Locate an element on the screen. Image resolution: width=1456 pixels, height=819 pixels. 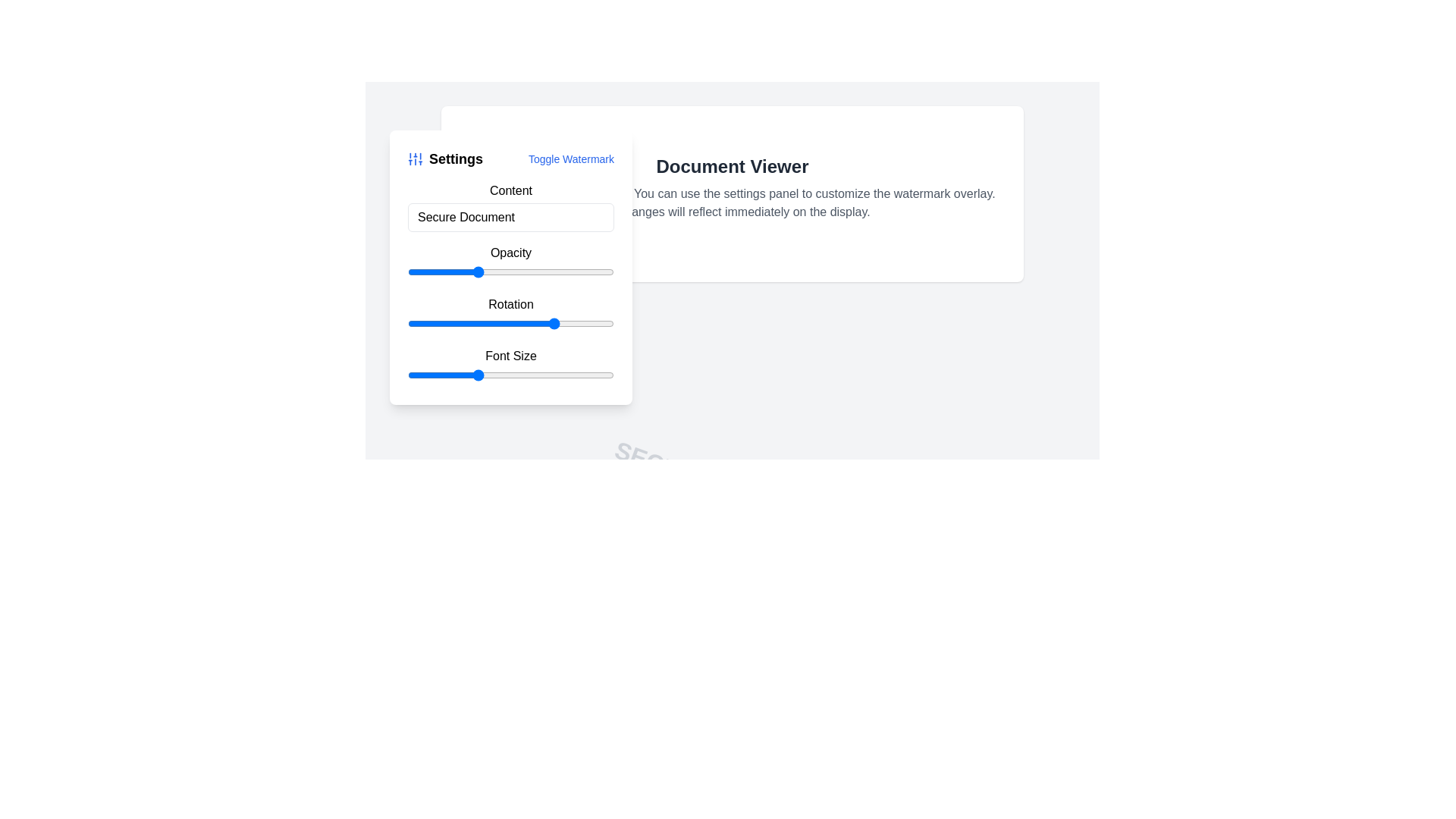
the clickable text link for toggling the watermark feature, located in the top-right of the settings panel header is located at coordinates (570, 158).